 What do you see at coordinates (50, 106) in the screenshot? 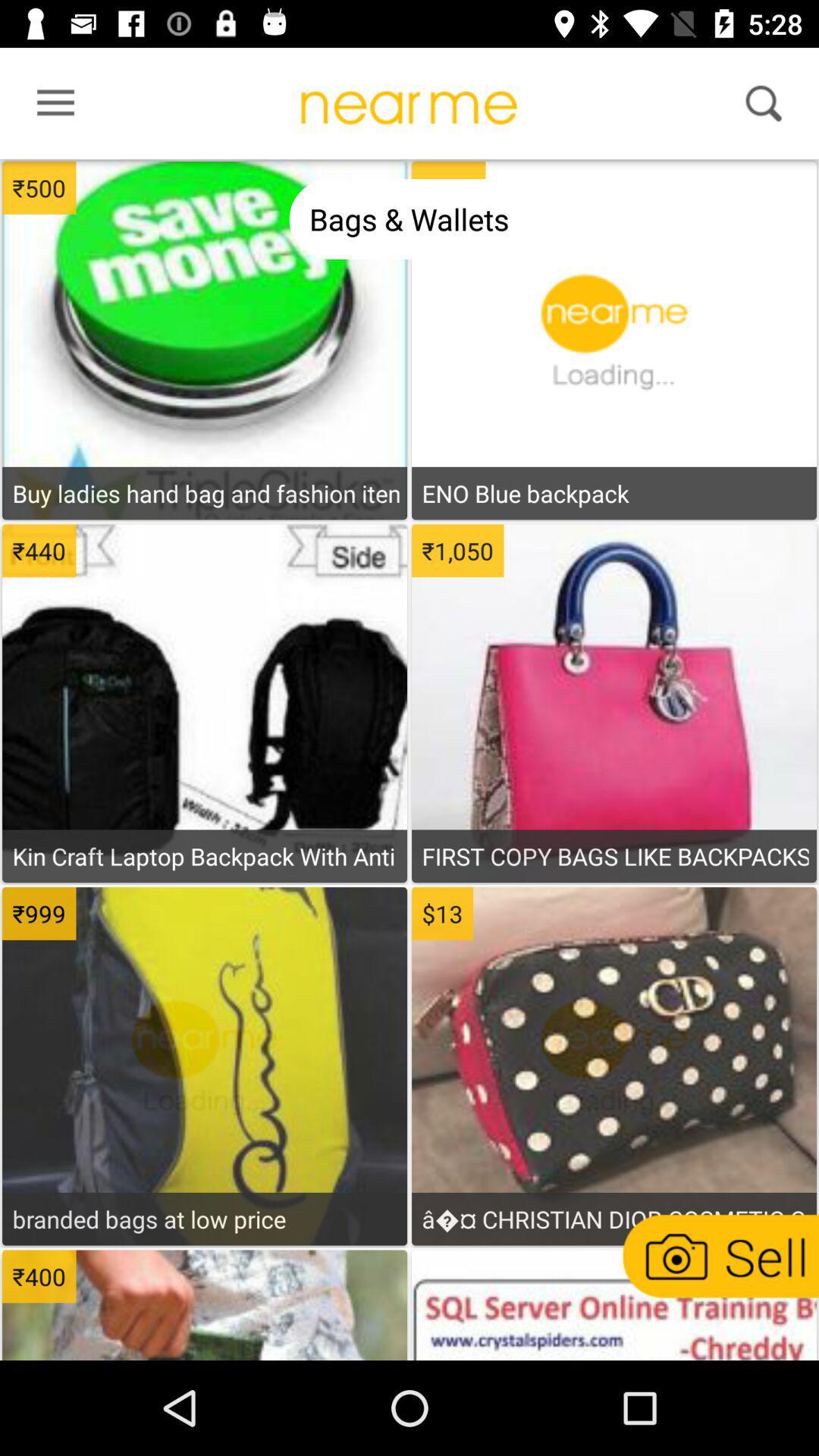
I see `the menu icon` at bounding box center [50, 106].